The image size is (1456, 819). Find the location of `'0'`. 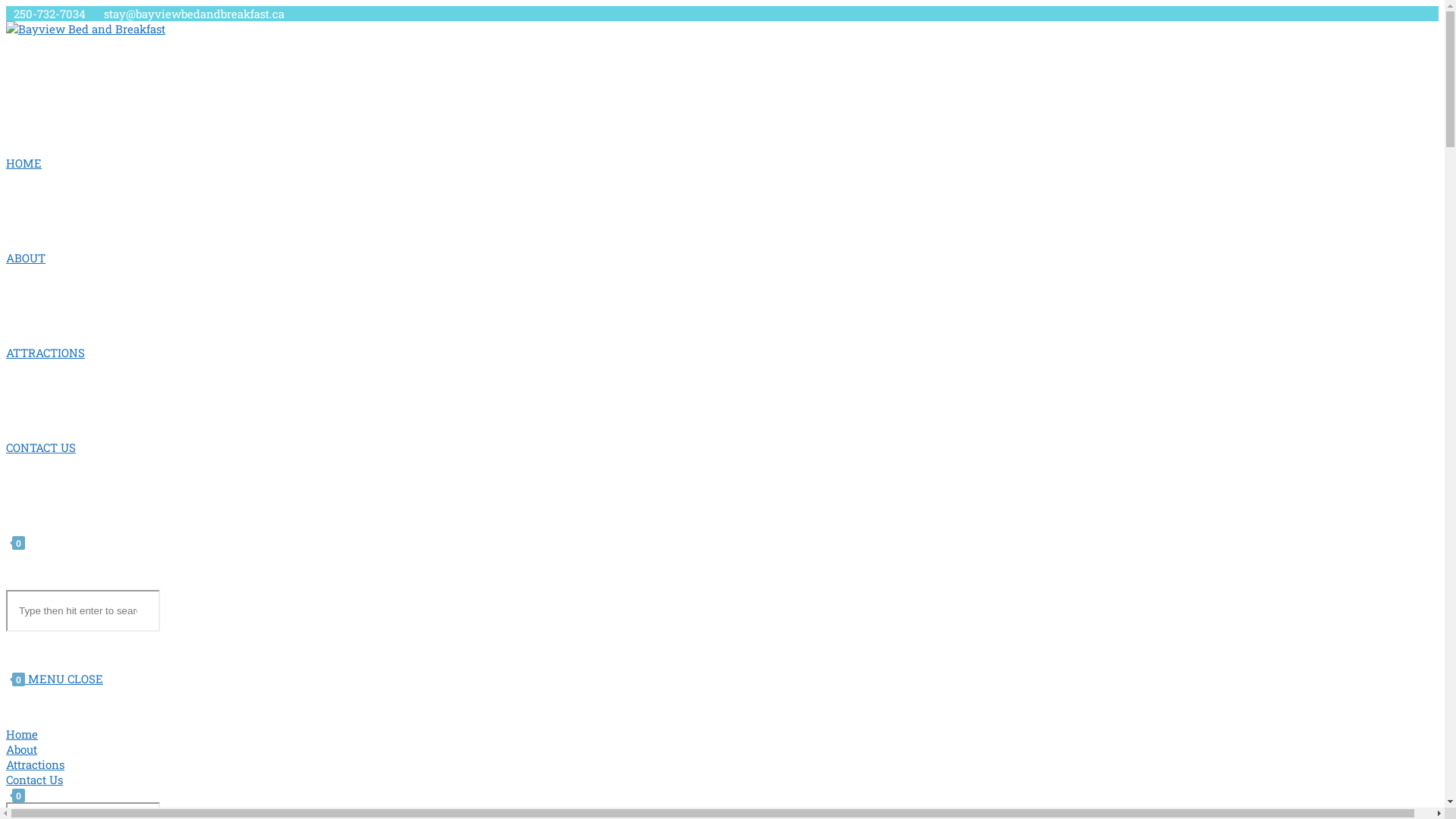

'0' is located at coordinates (15, 541).